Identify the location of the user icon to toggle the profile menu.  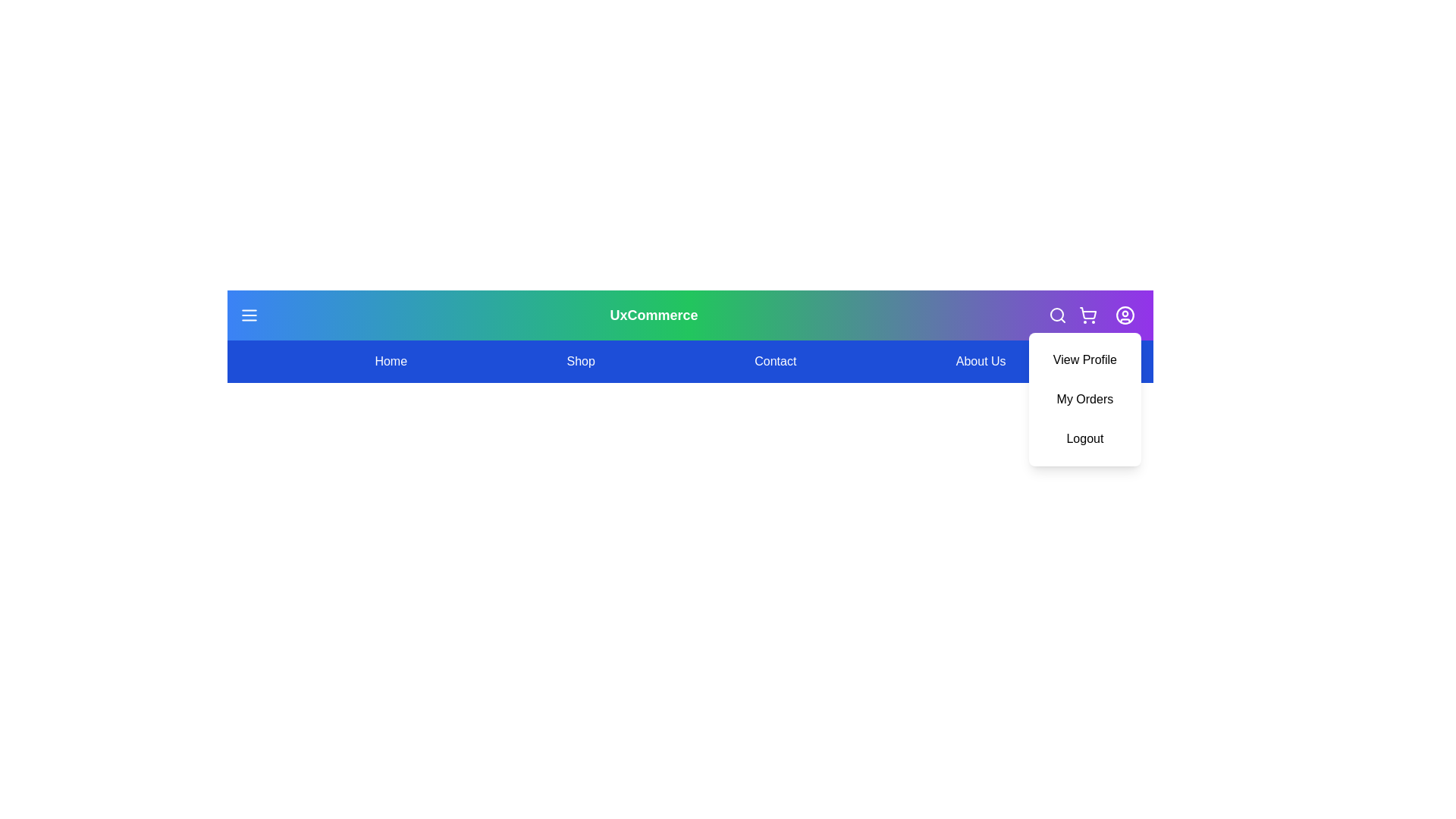
(1125, 315).